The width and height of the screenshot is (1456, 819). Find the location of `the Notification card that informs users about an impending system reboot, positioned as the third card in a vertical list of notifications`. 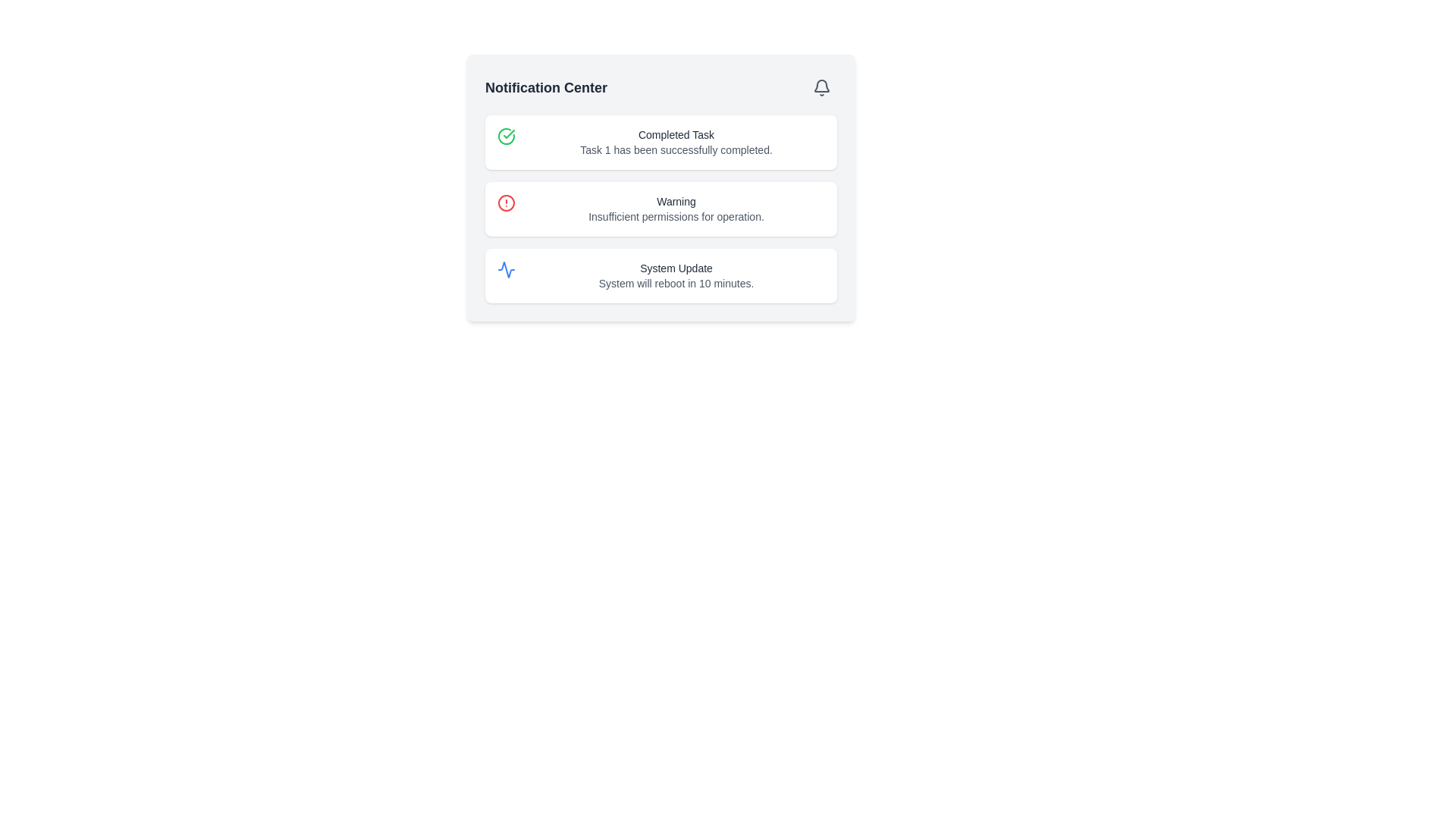

the Notification card that informs users about an impending system reboot, positioned as the third card in a vertical list of notifications is located at coordinates (661, 275).